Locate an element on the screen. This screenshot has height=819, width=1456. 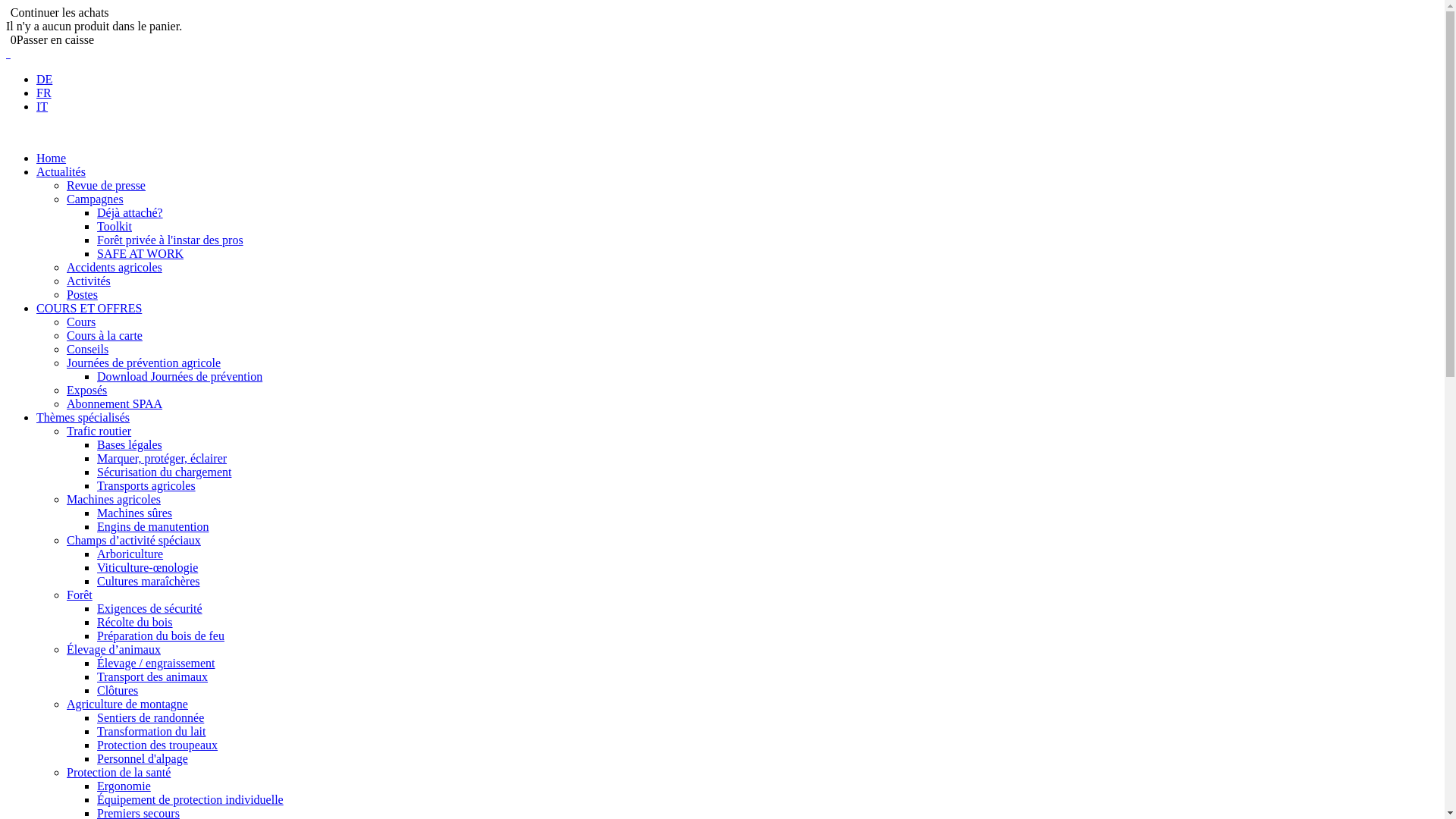
'COURS ET OFFRES' is located at coordinates (88, 307).